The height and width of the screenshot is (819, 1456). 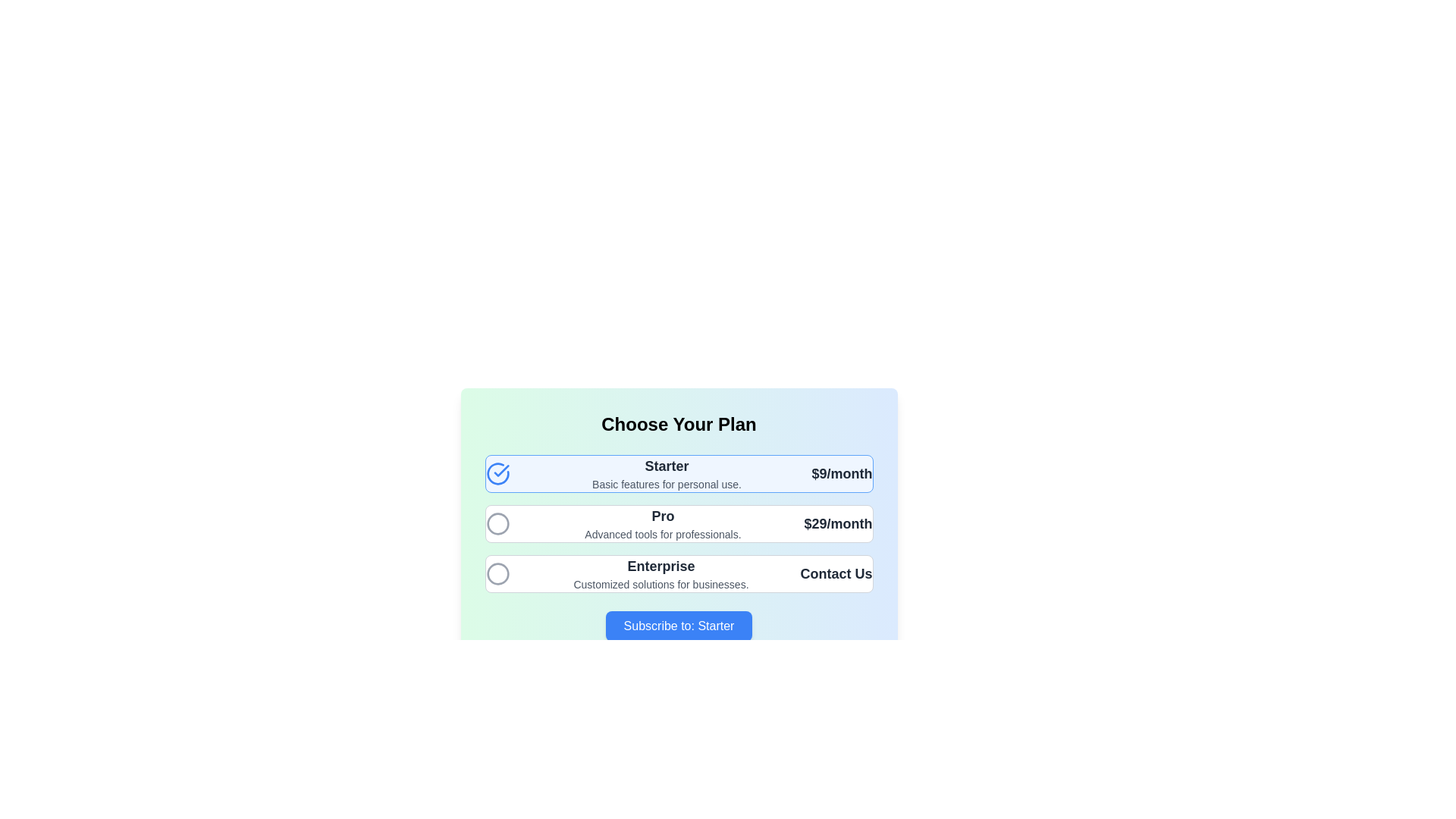 What do you see at coordinates (678, 626) in the screenshot?
I see `keyboard navigation` at bounding box center [678, 626].